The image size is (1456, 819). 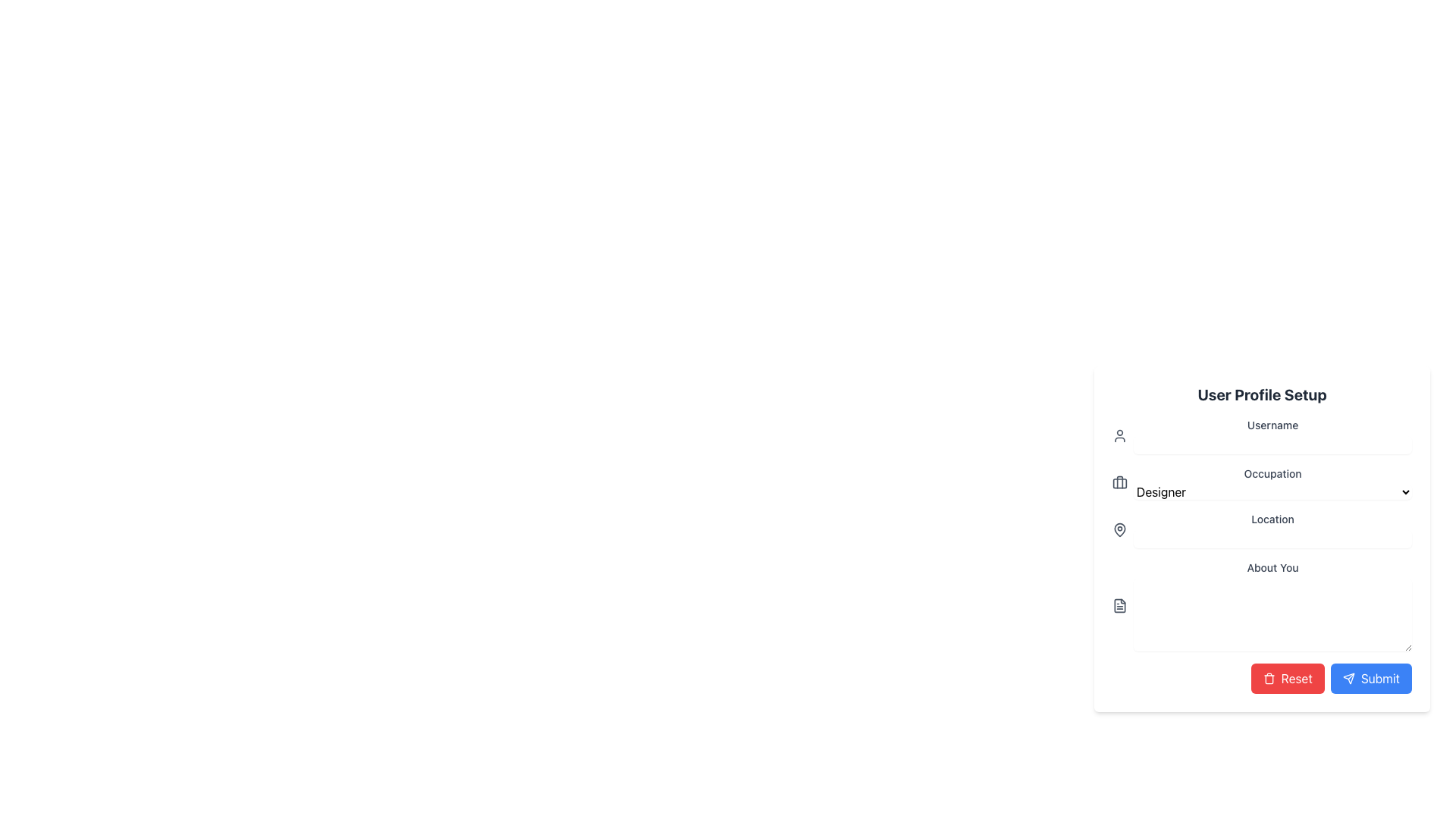 I want to click on the label that indicates the username input field in the 'User Profile Setup' form, located between the user icon and the 'Occupation' section, so click(x=1272, y=435).